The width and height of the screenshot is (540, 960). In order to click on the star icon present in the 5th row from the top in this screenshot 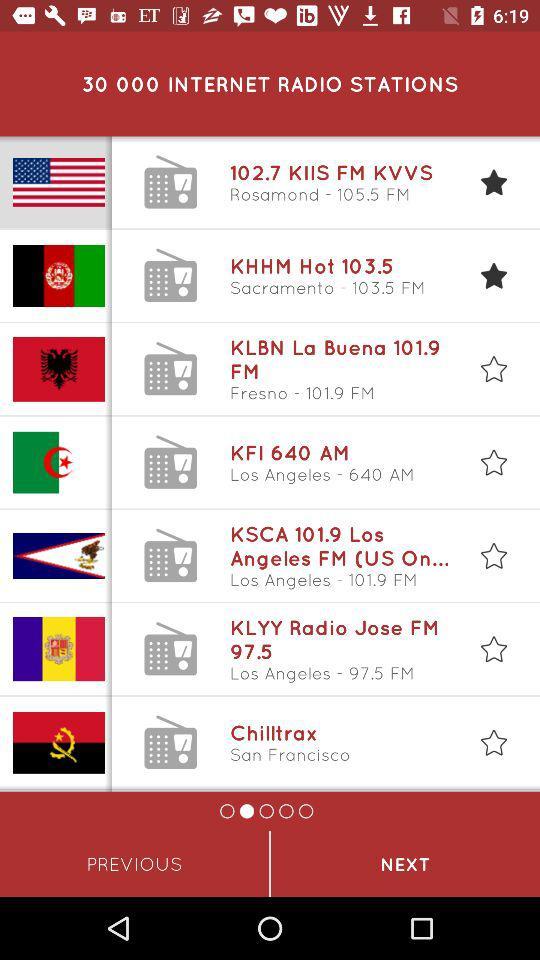, I will do `click(492, 556)`.